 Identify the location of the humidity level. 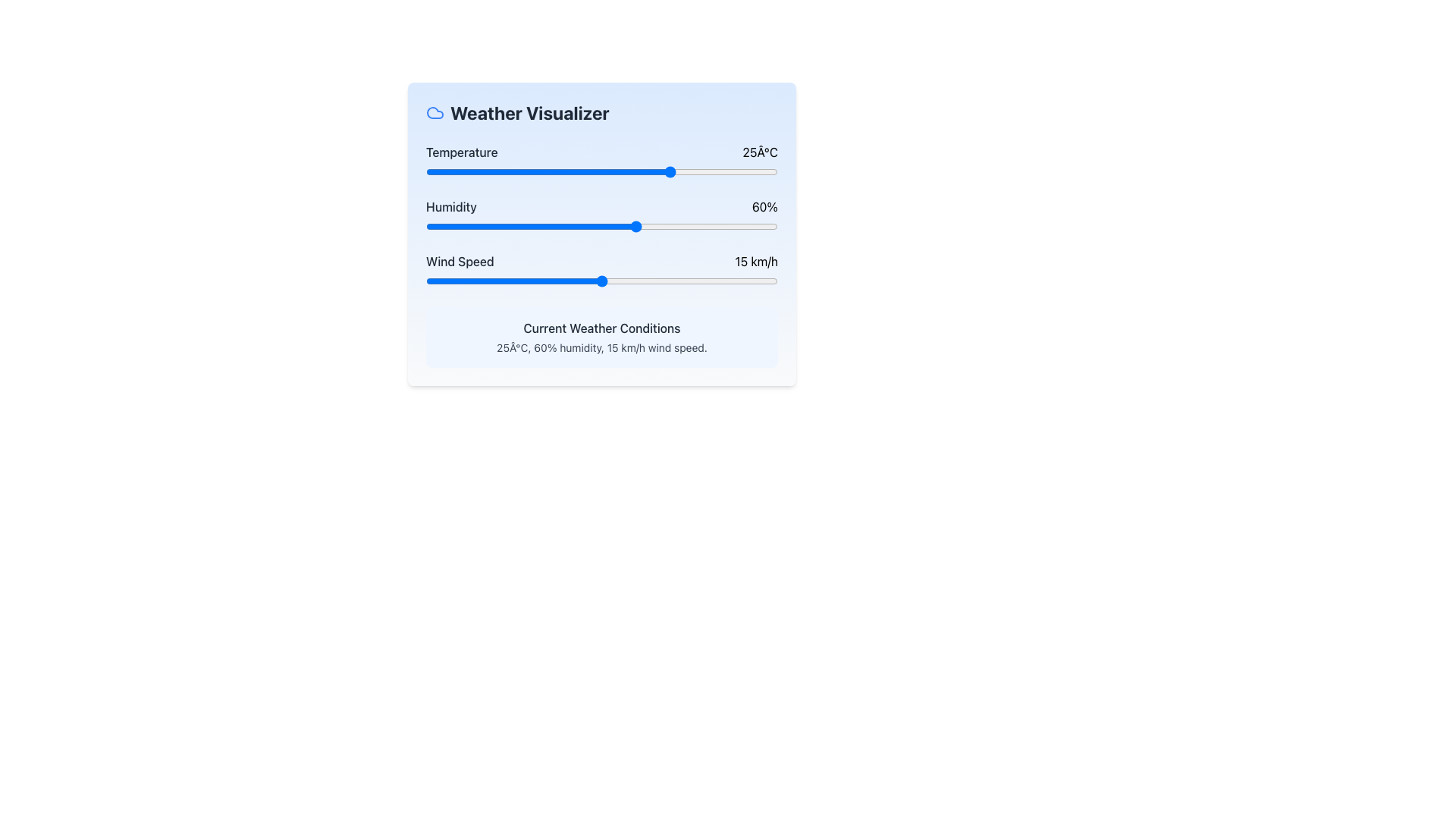
(552, 227).